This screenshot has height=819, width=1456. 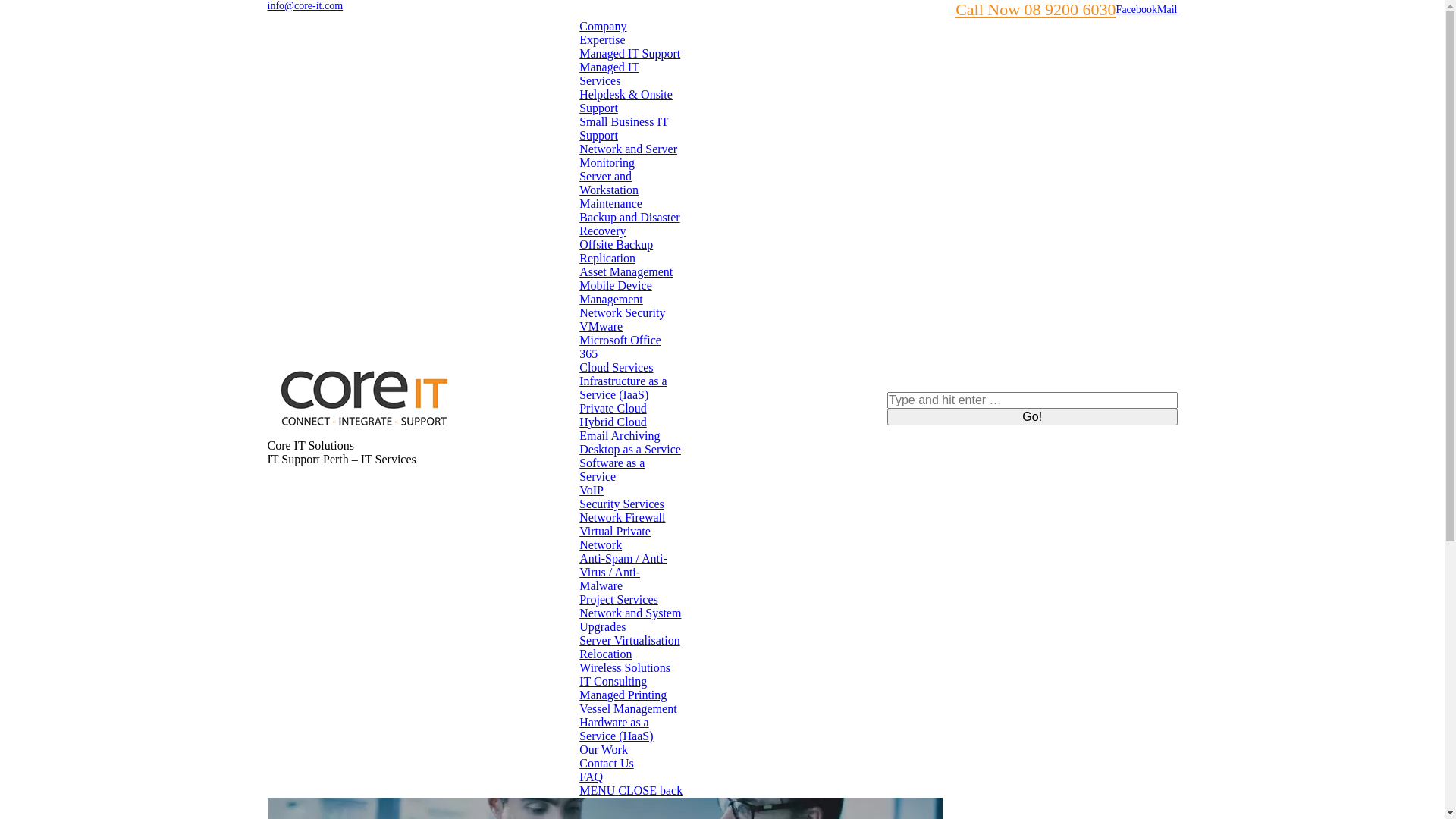 I want to click on 'Offsite Backup Replication', so click(x=578, y=250).